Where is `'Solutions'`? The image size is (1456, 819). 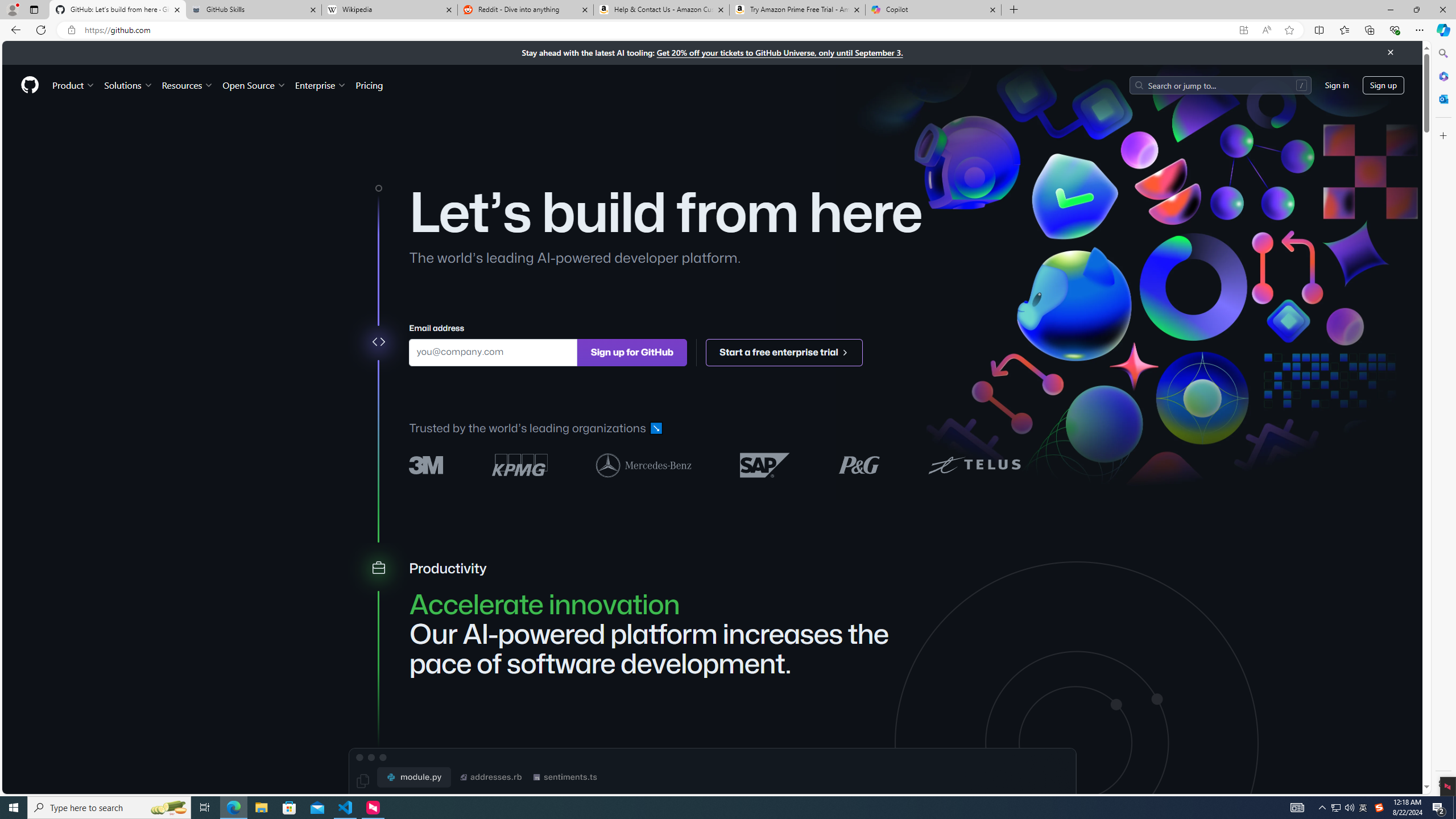 'Solutions' is located at coordinates (127, 85).